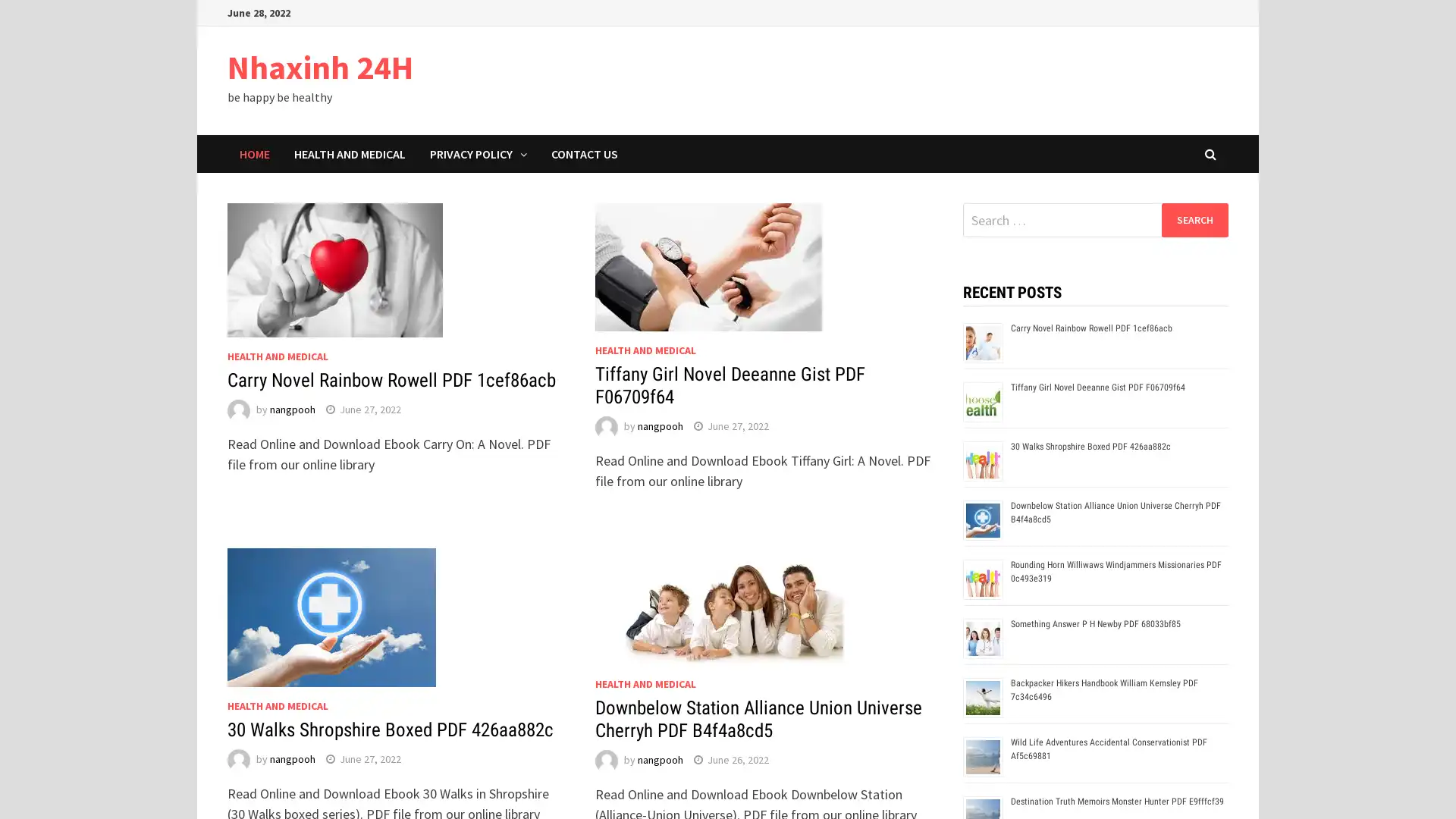 The height and width of the screenshot is (819, 1456). What do you see at coordinates (1194, 219) in the screenshot?
I see `Search` at bounding box center [1194, 219].